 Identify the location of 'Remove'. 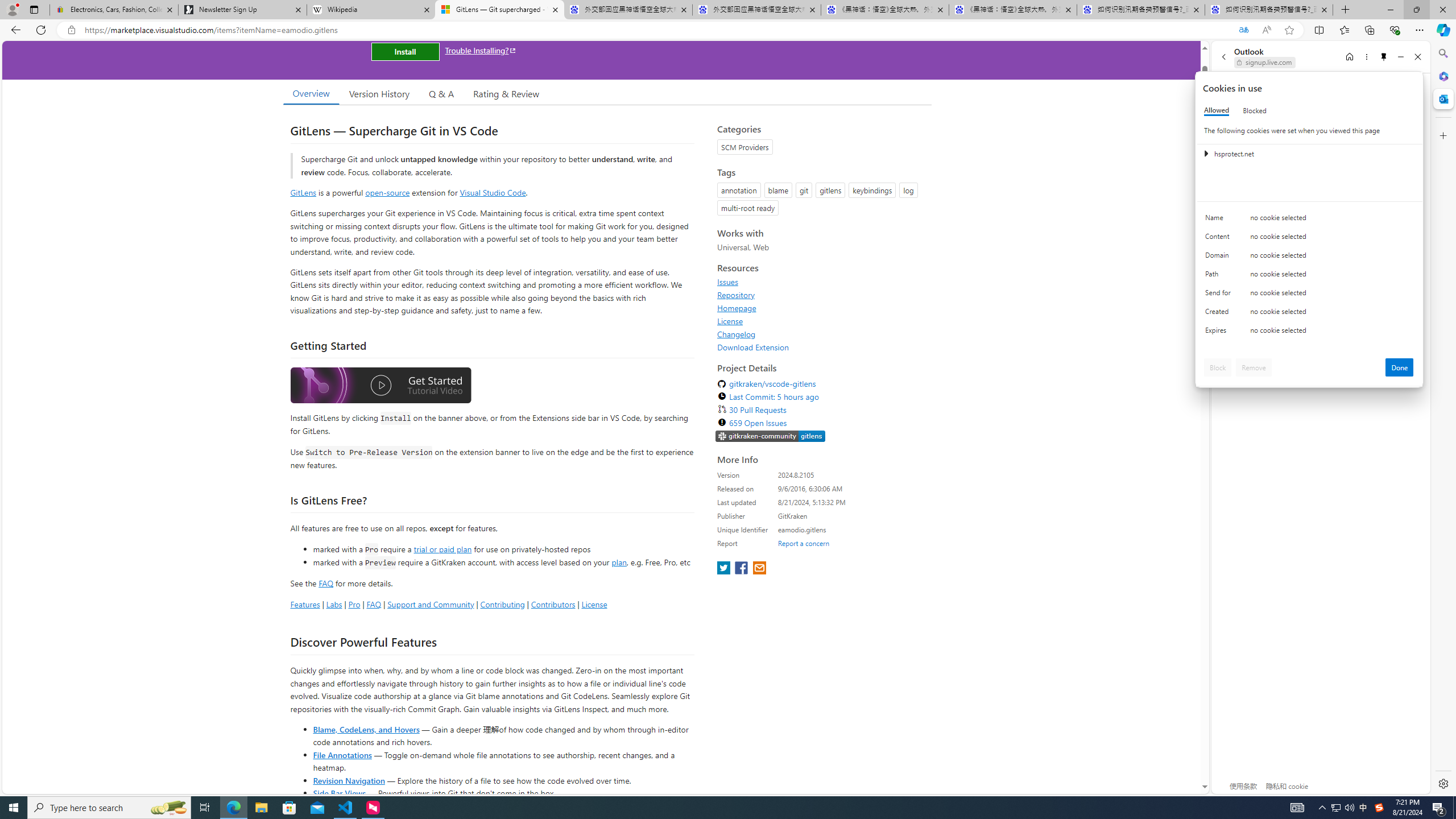
(1254, 367).